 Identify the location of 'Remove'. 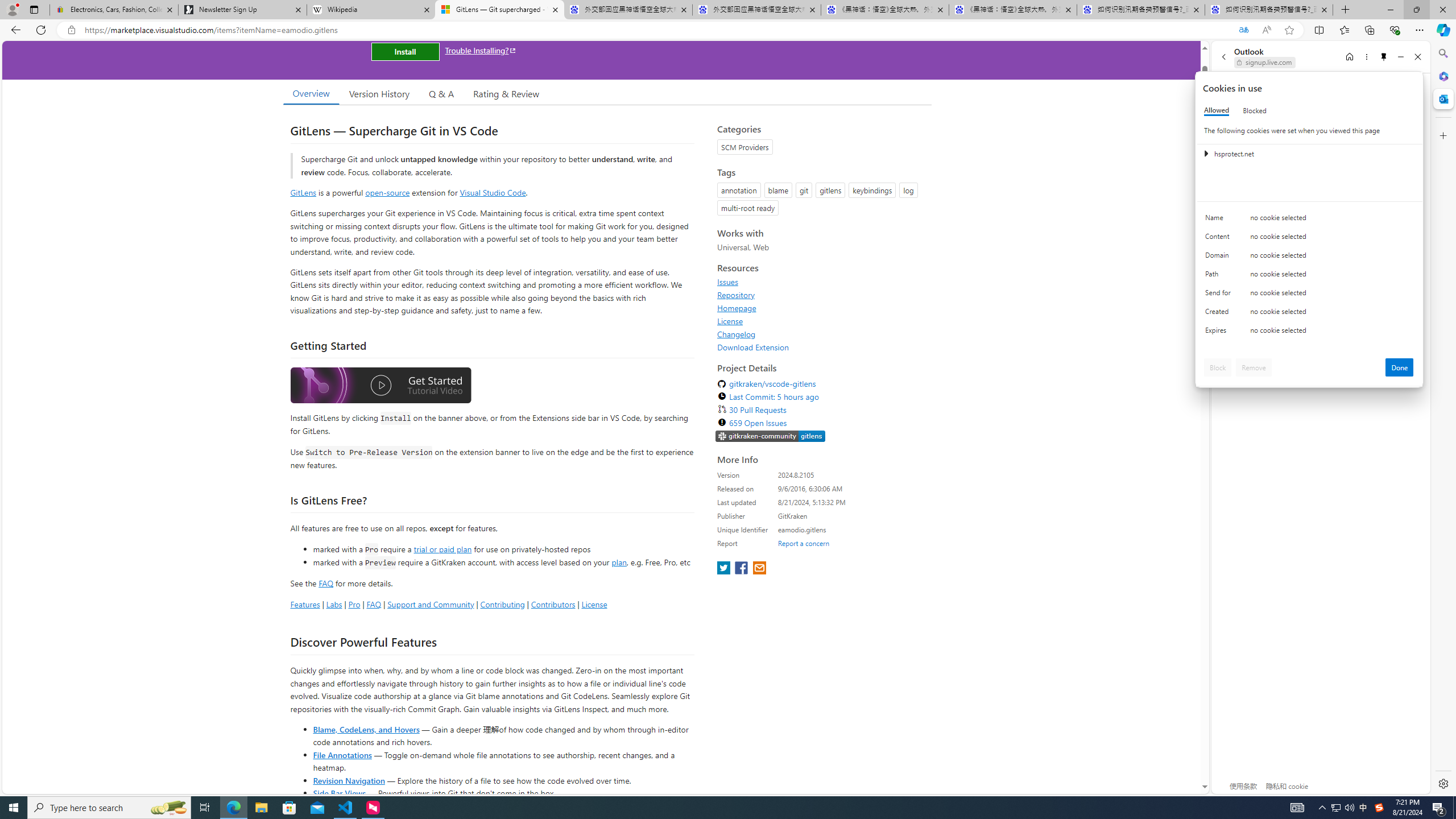
(1254, 367).